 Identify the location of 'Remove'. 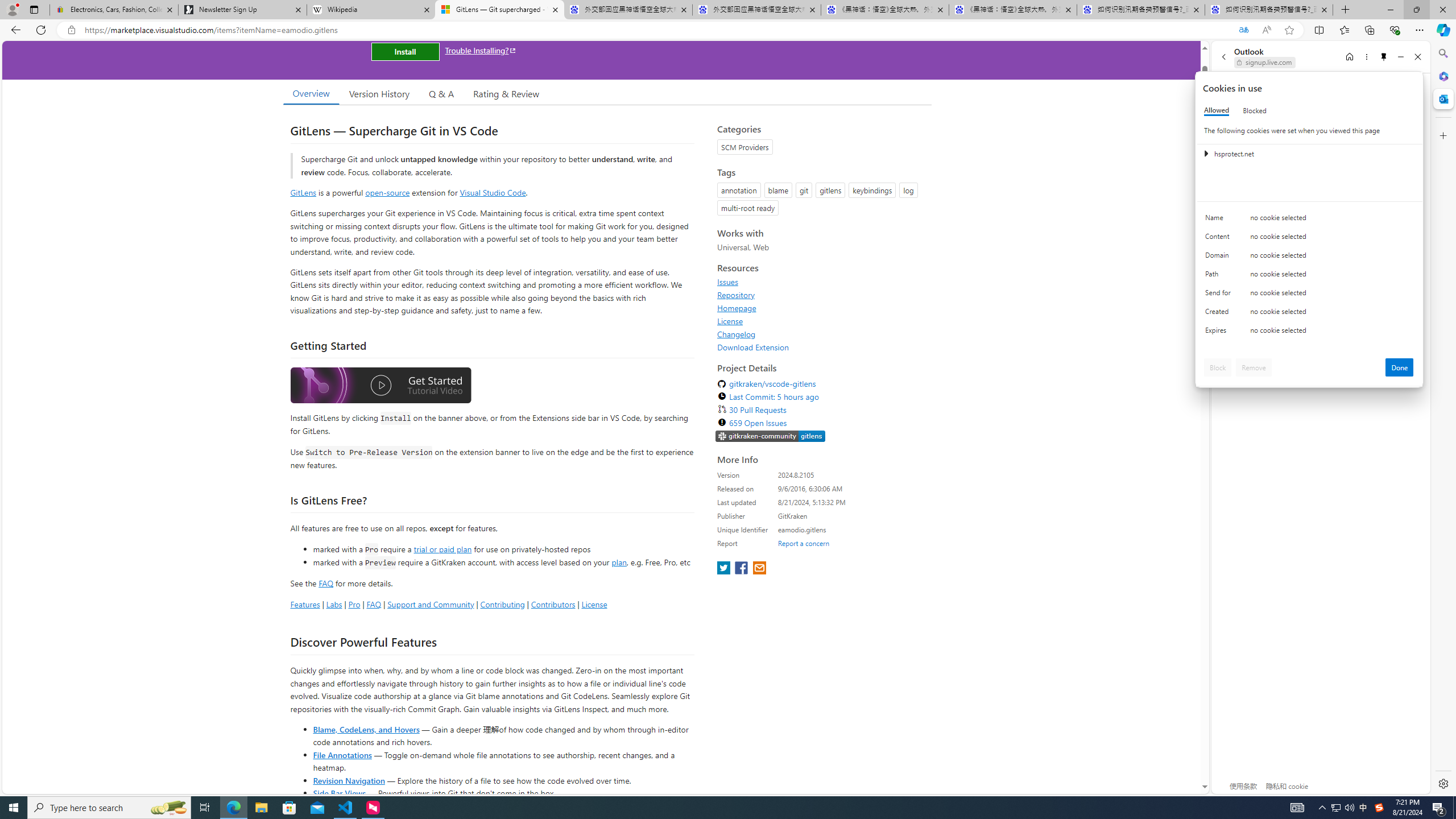
(1254, 367).